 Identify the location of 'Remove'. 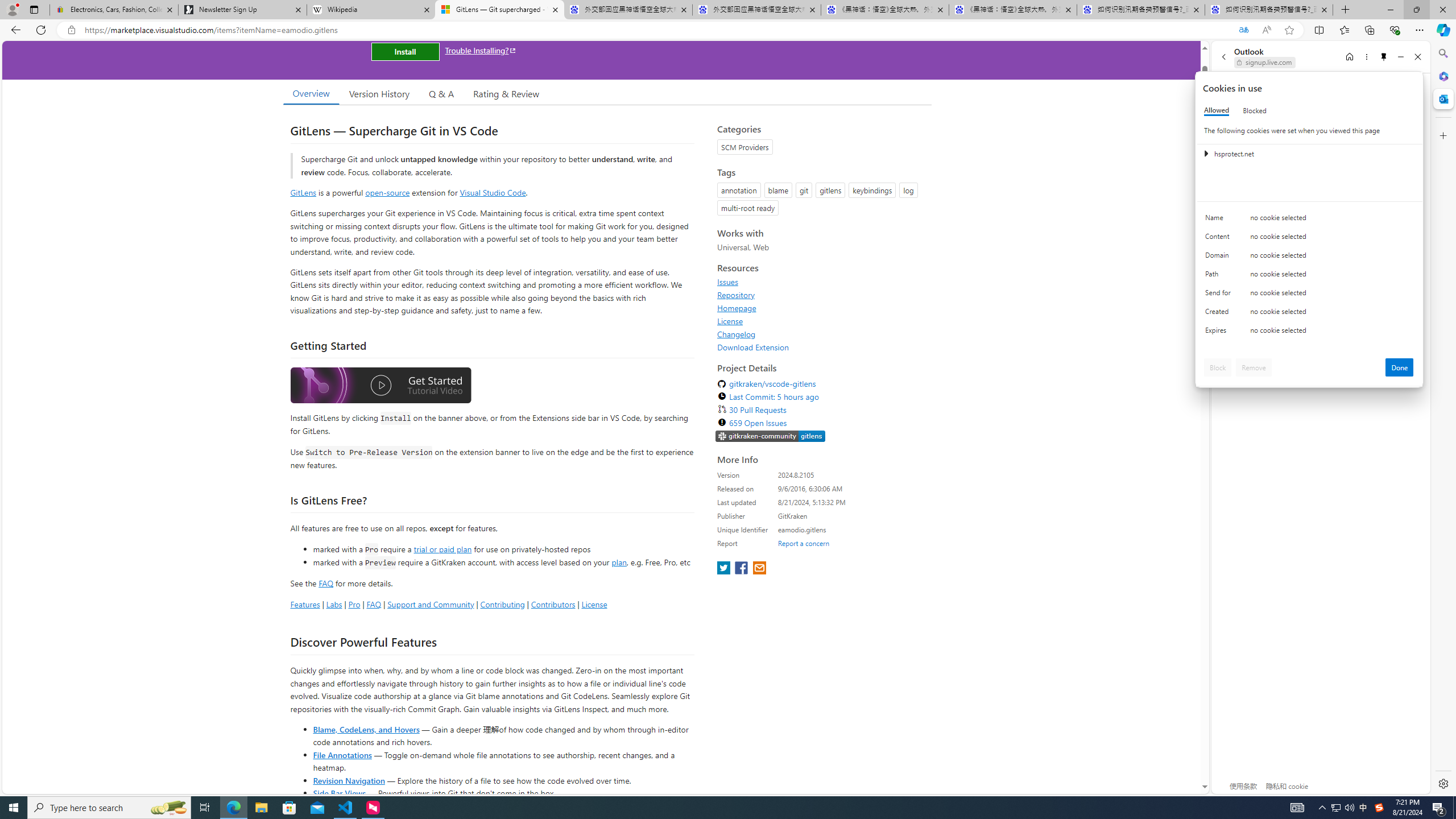
(1254, 367).